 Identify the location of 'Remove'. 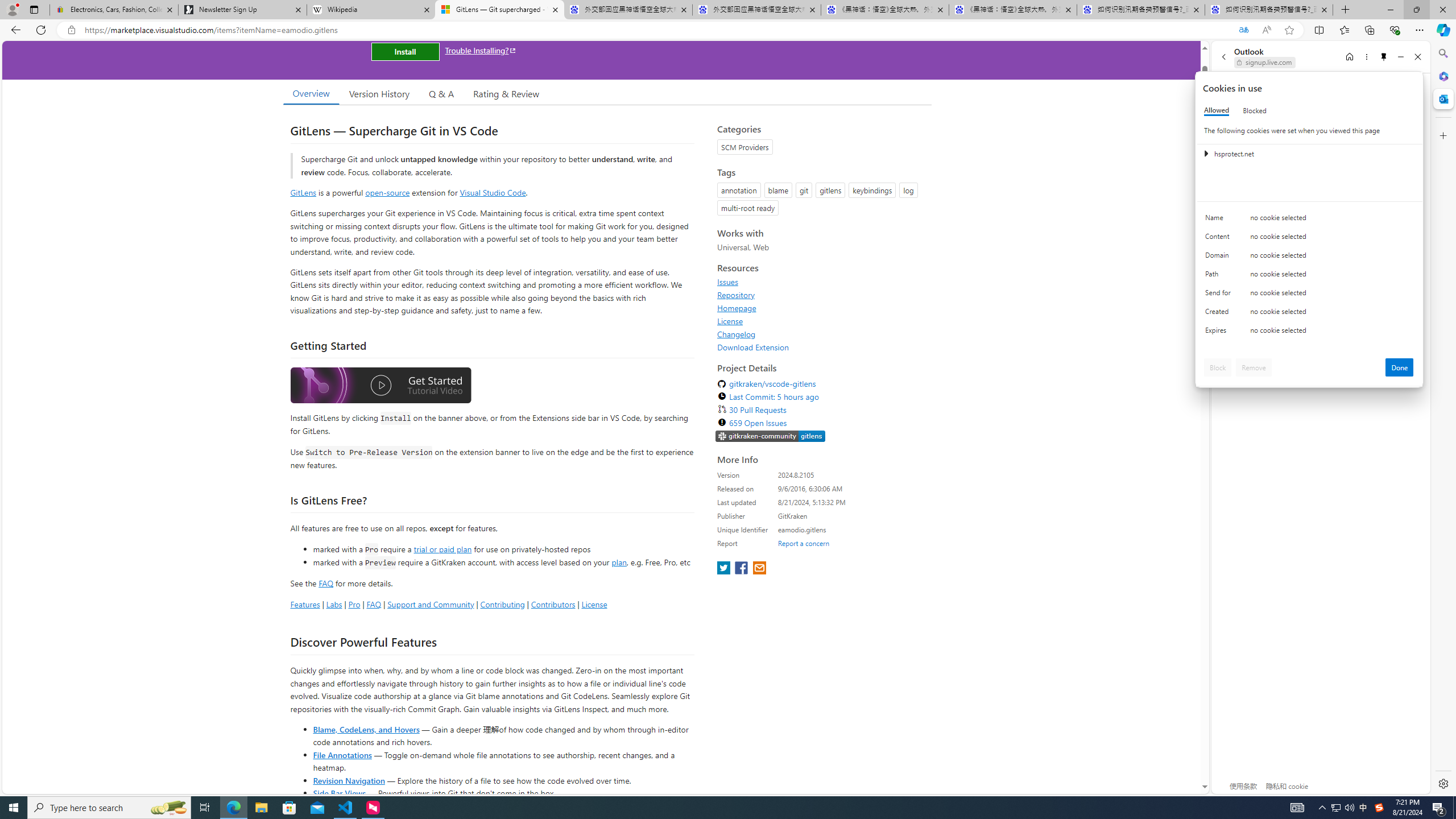
(1254, 367).